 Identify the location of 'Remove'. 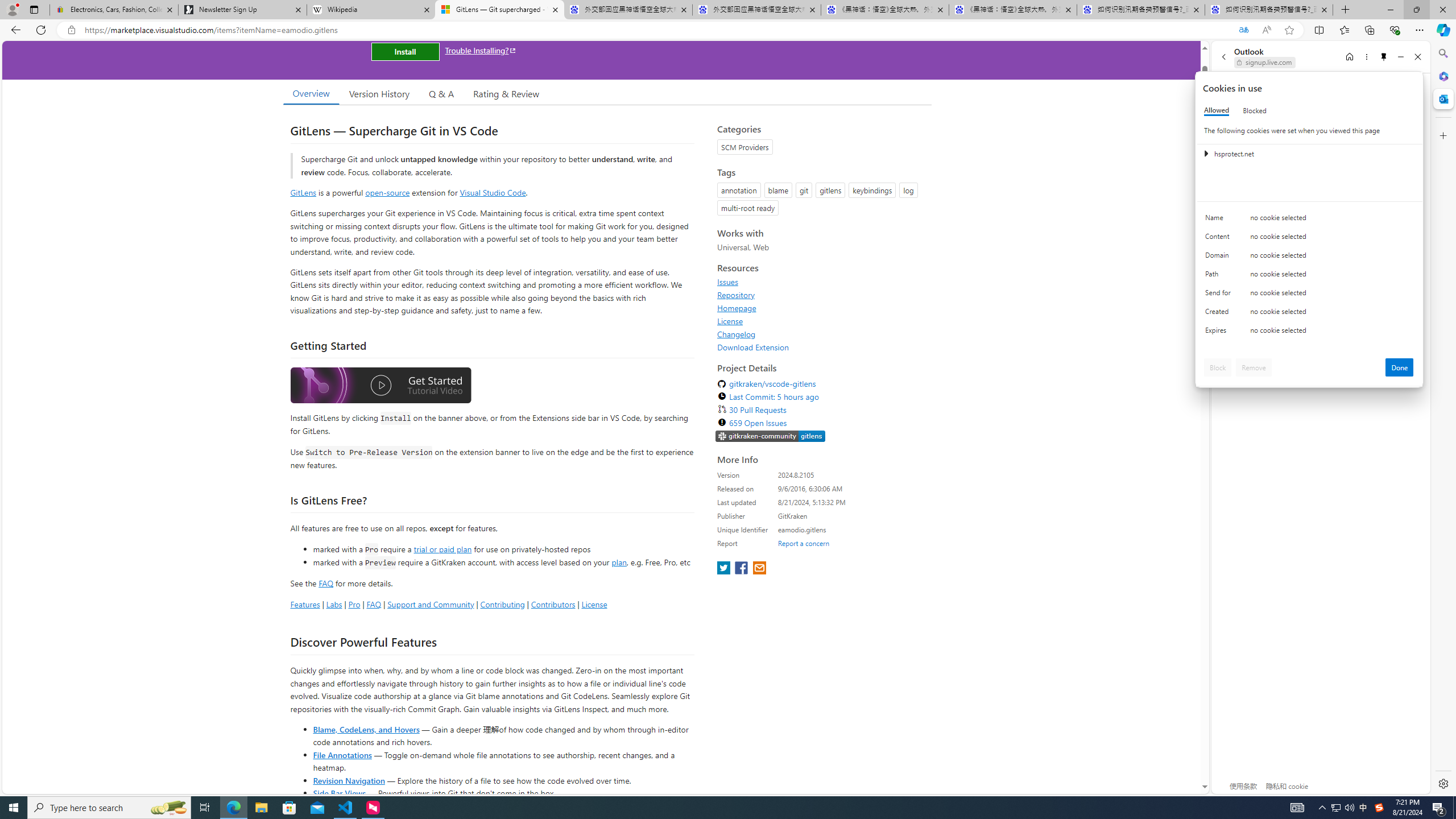
(1254, 367).